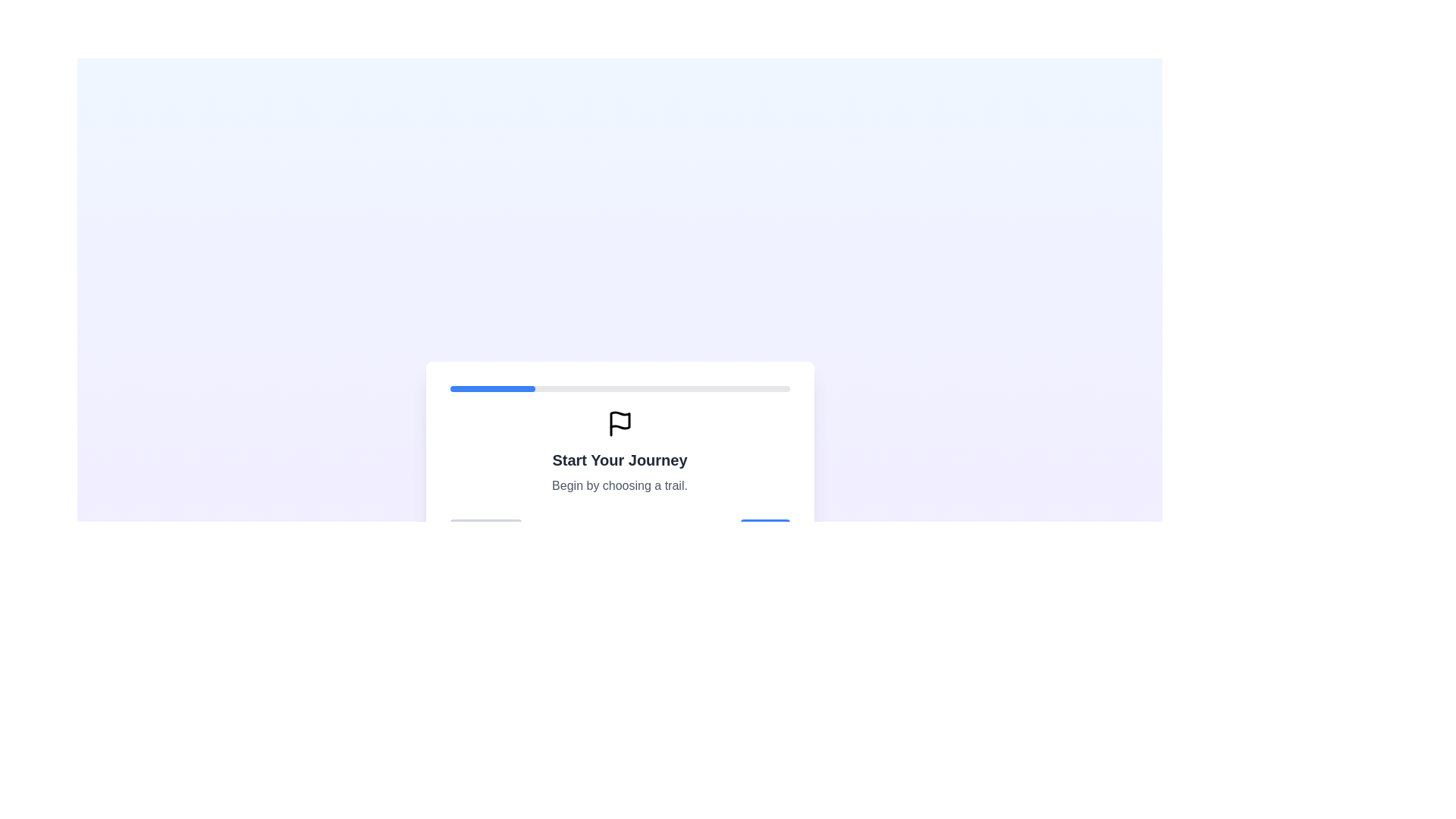 The width and height of the screenshot is (1456, 819). What do you see at coordinates (620, 452) in the screenshot?
I see `the 'Start Your Journey' informational block that features a bold serif-style header and a flag icon` at bounding box center [620, 452].